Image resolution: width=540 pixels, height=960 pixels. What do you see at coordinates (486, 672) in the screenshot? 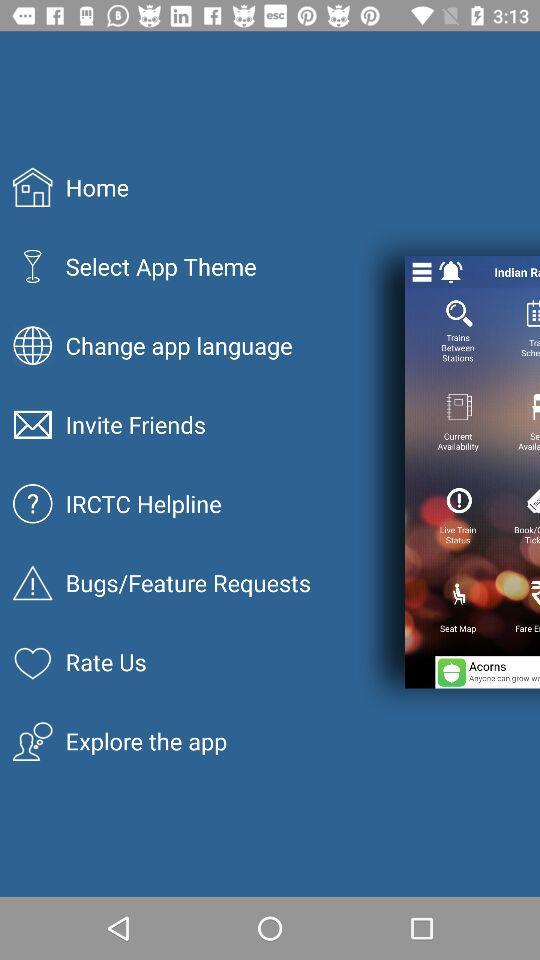
I see `the icon to the right of rate us icon` at bounding box center [486, 672].